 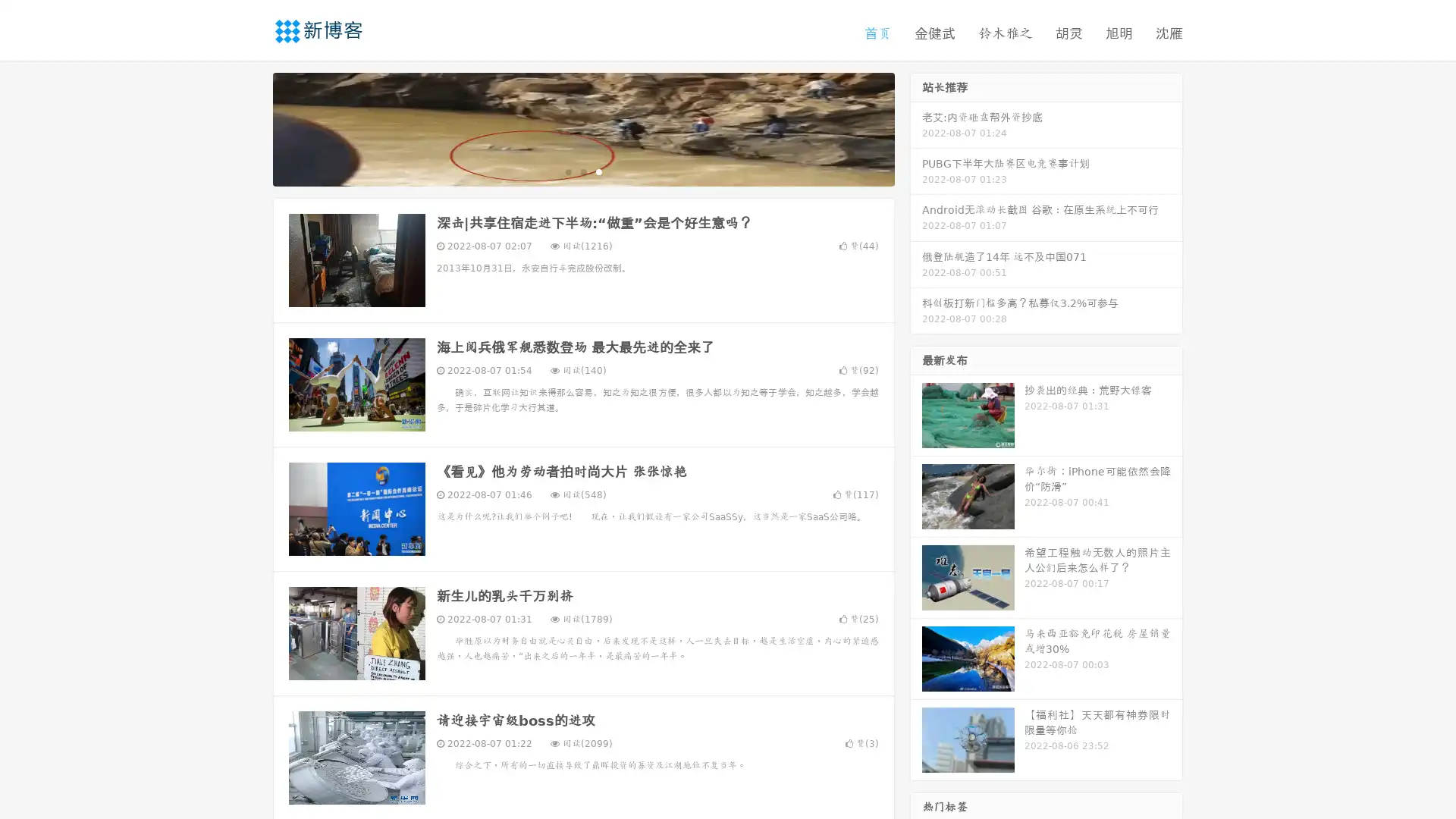 What do you see at coordinates (582, 171) in the screenshot?
I see `Go to slide 2` at bounding box center [582, 171].